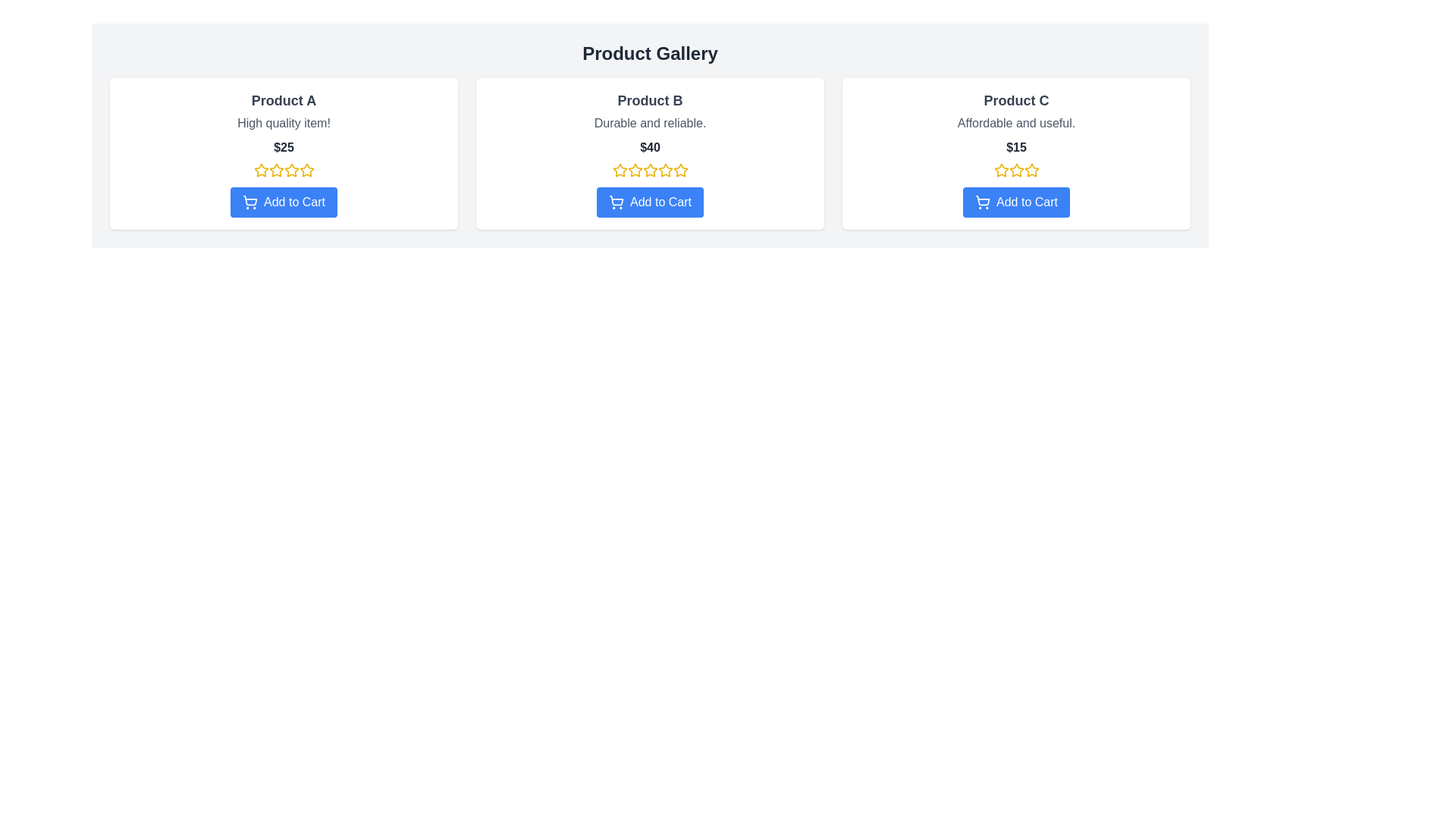  Describe the element at coordinates (983, 201) in the screenshot. I see `the shopping cart icon located to the left of the 'Add to Cart' button for Product C in the main content area` at that location.